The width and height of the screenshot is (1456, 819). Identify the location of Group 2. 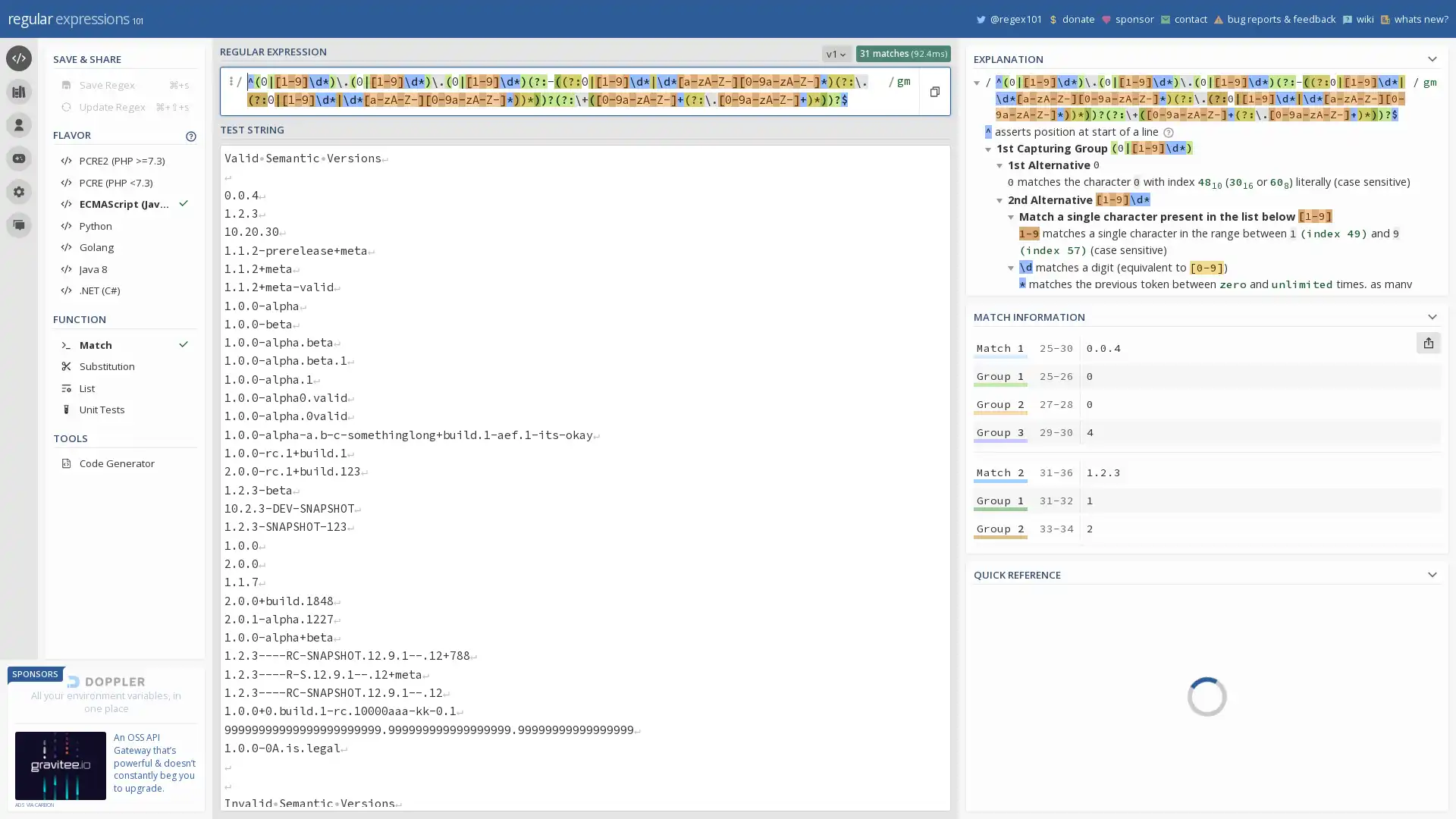
(1000, 528).